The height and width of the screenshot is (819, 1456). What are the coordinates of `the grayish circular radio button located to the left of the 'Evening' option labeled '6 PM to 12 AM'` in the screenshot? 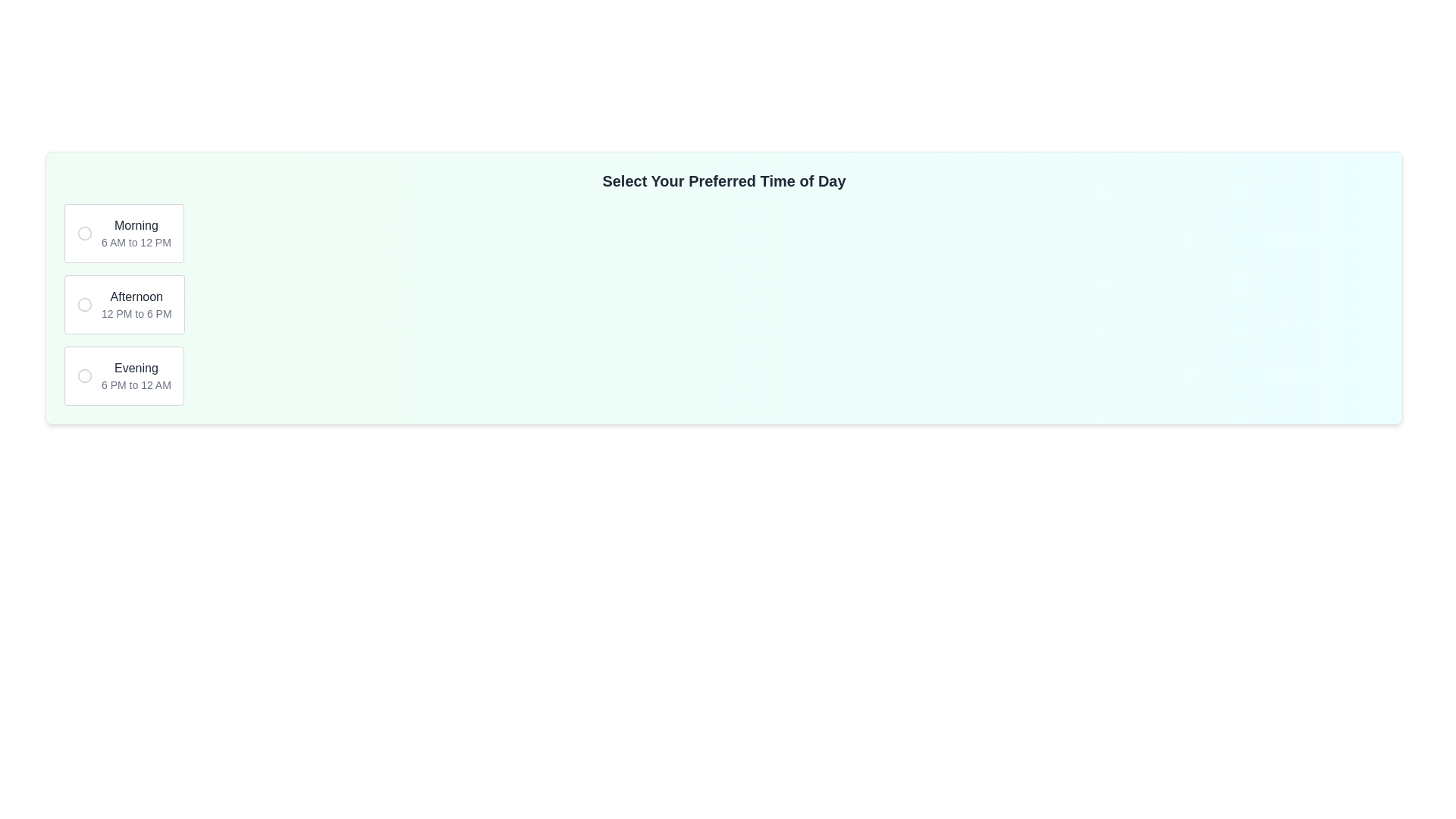 It's located at (83, 375).